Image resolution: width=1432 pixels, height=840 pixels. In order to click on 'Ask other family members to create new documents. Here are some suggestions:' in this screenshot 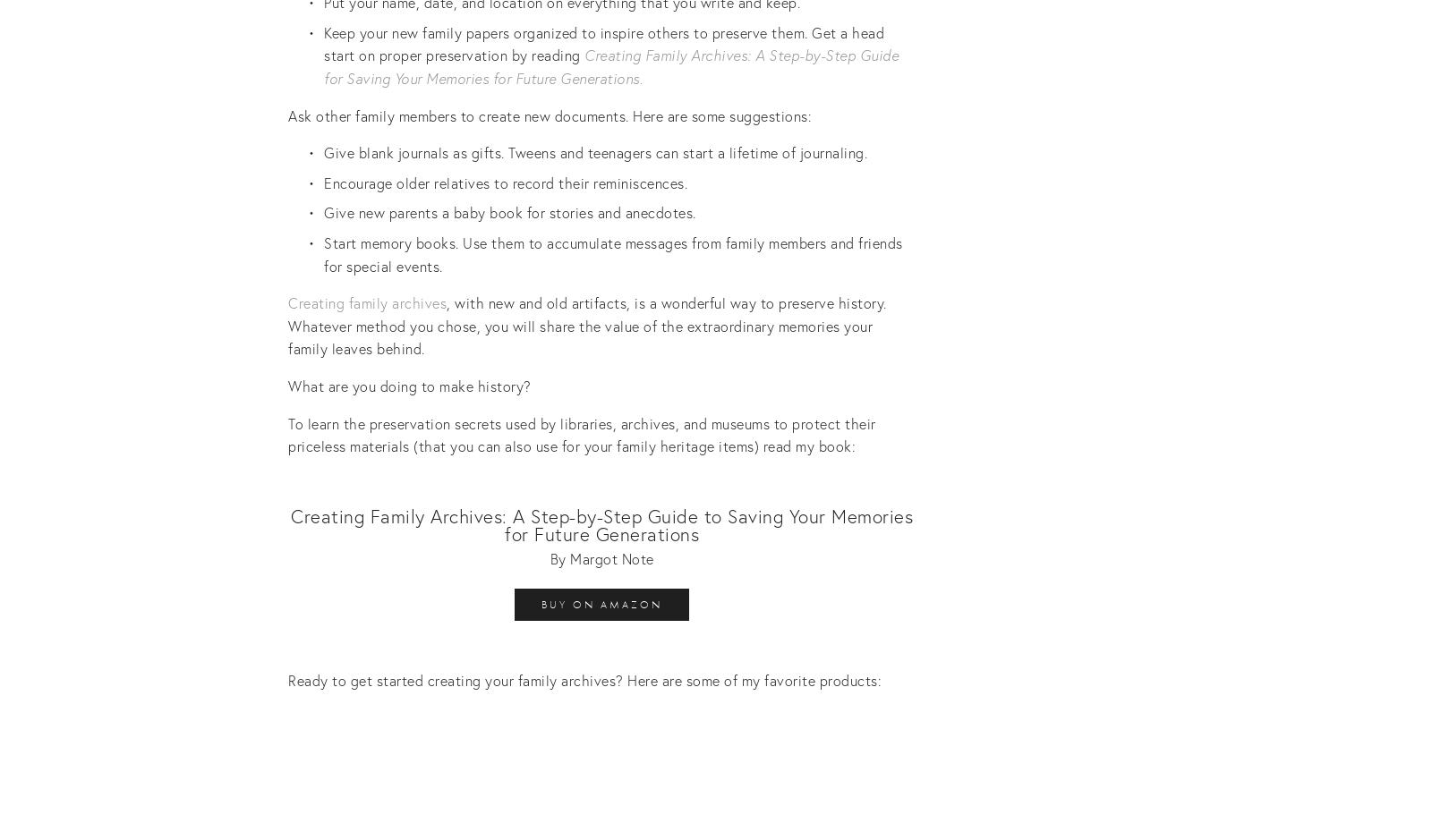, I will do `click(288, 114)`.